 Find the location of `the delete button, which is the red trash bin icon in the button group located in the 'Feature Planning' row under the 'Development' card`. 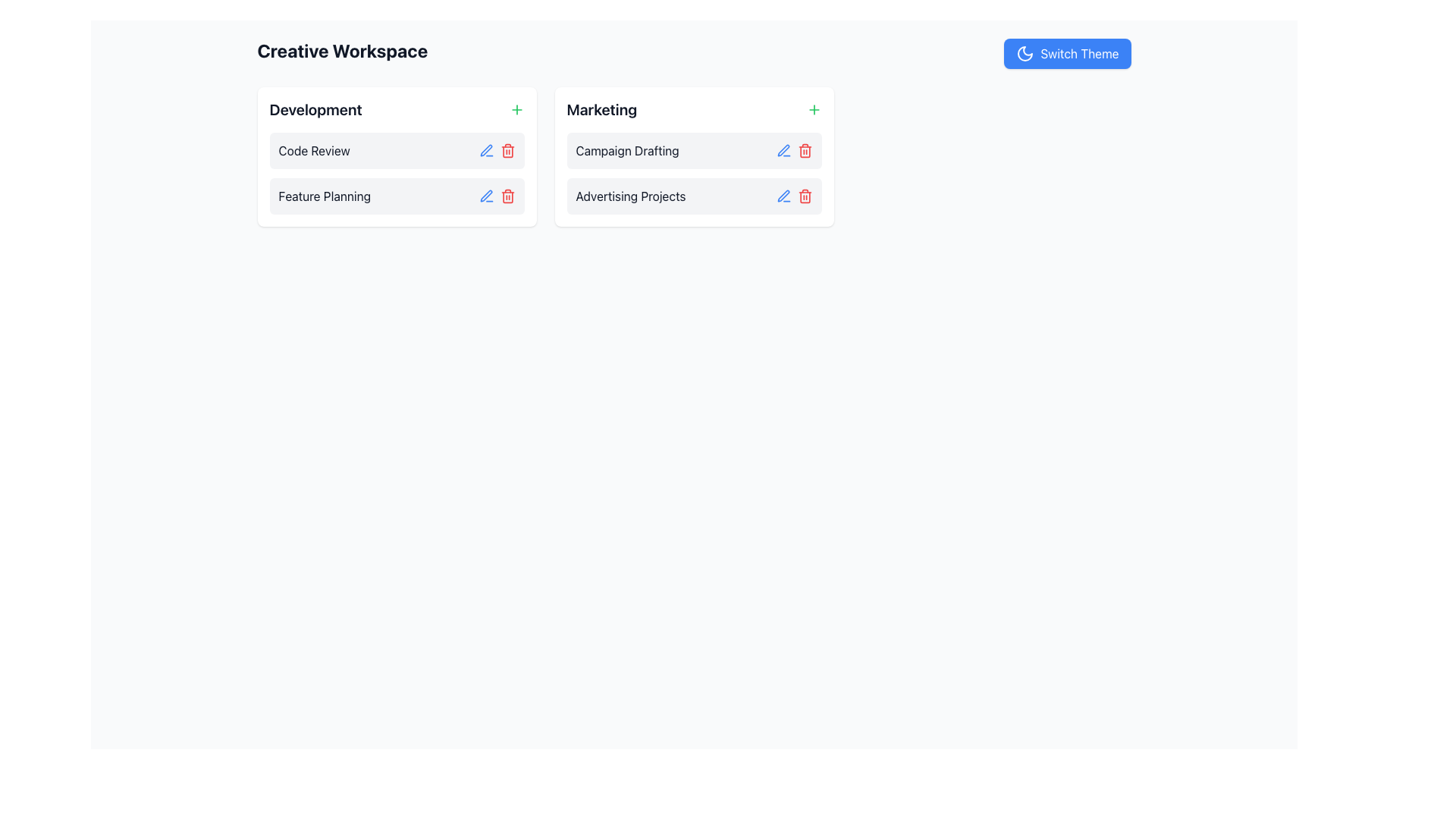

the delete button, which is the red trash bin icon in the button group located in the 'Feature Planning' row under the 'Development' card is located at coordinates (497, 195).